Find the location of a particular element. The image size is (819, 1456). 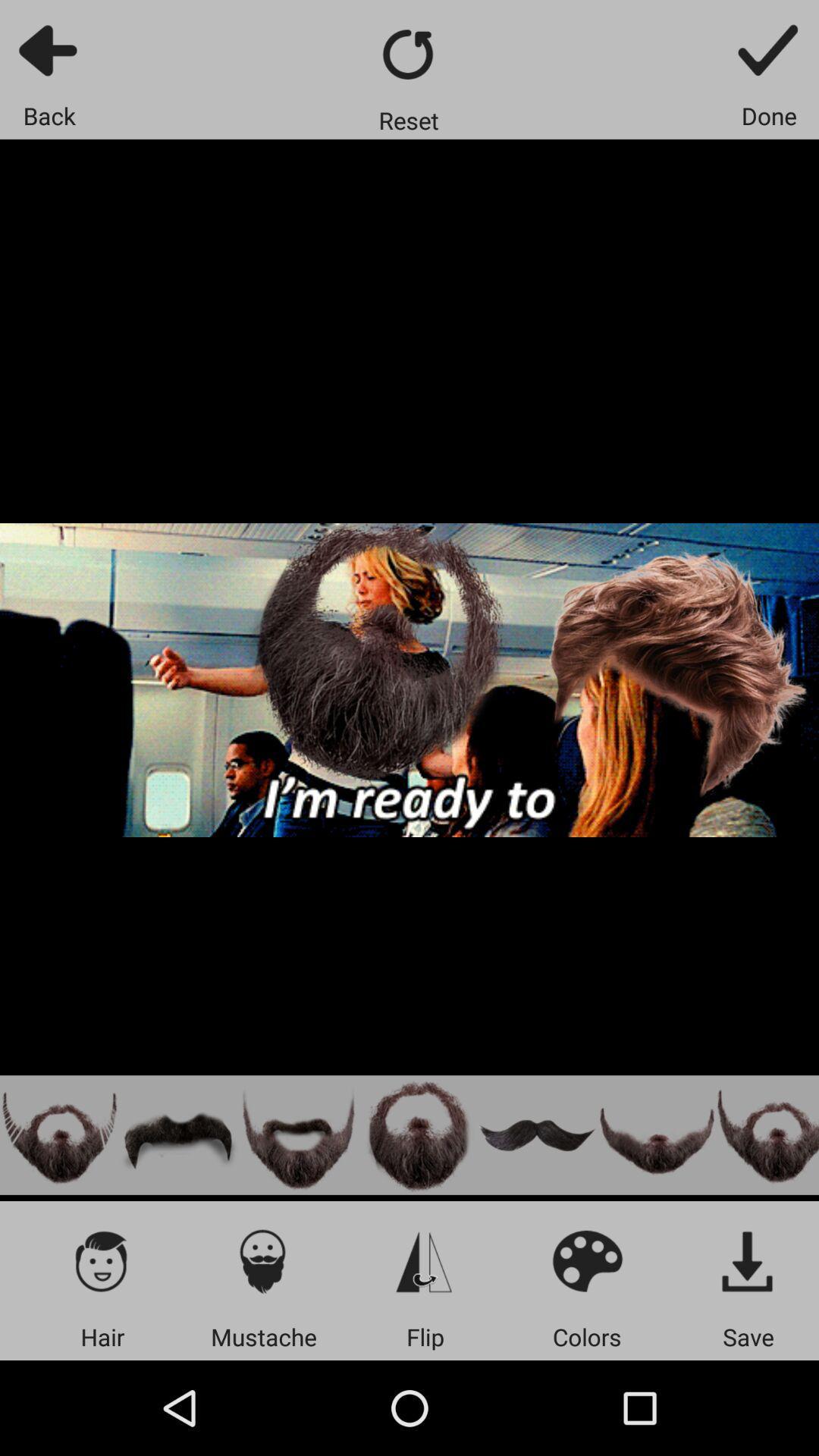

mustaches is located at coordinates (262, 1260).